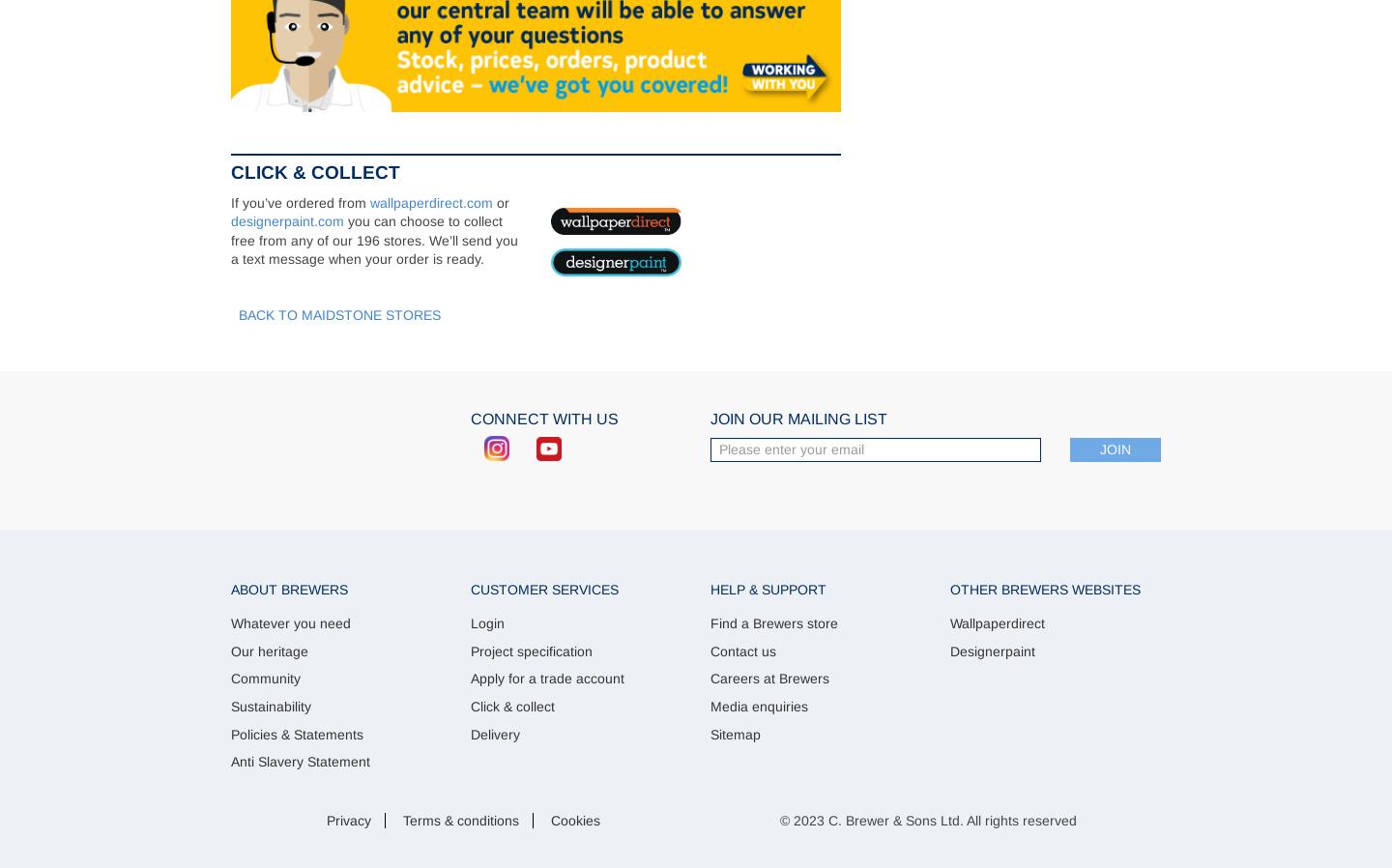 This screenshot has height=868, width=1392. What do you see at coordinates (288, 588) in the screenshot?
I see `'About Brewers'` at bounding box center [288, 588].